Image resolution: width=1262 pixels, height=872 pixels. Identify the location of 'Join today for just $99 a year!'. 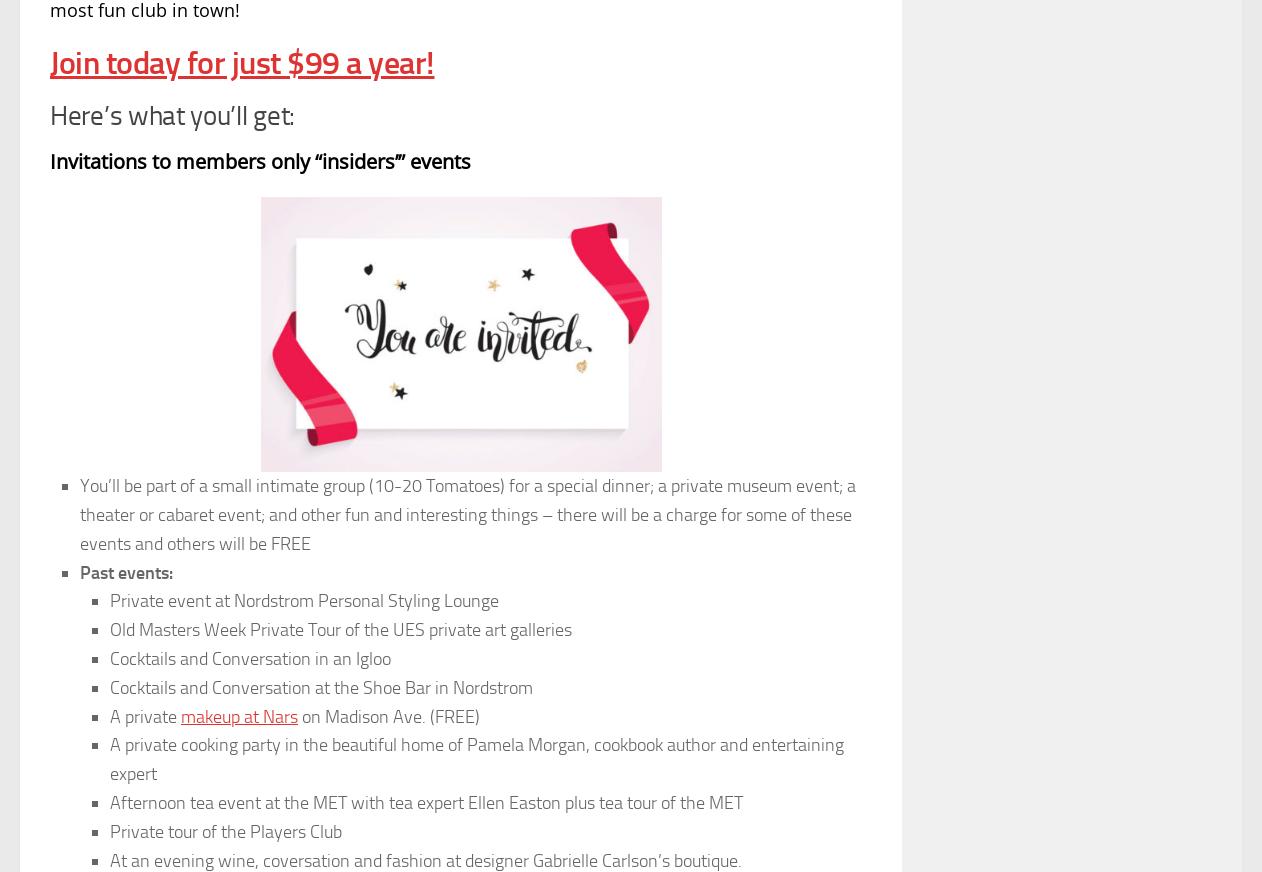
(241, 61).